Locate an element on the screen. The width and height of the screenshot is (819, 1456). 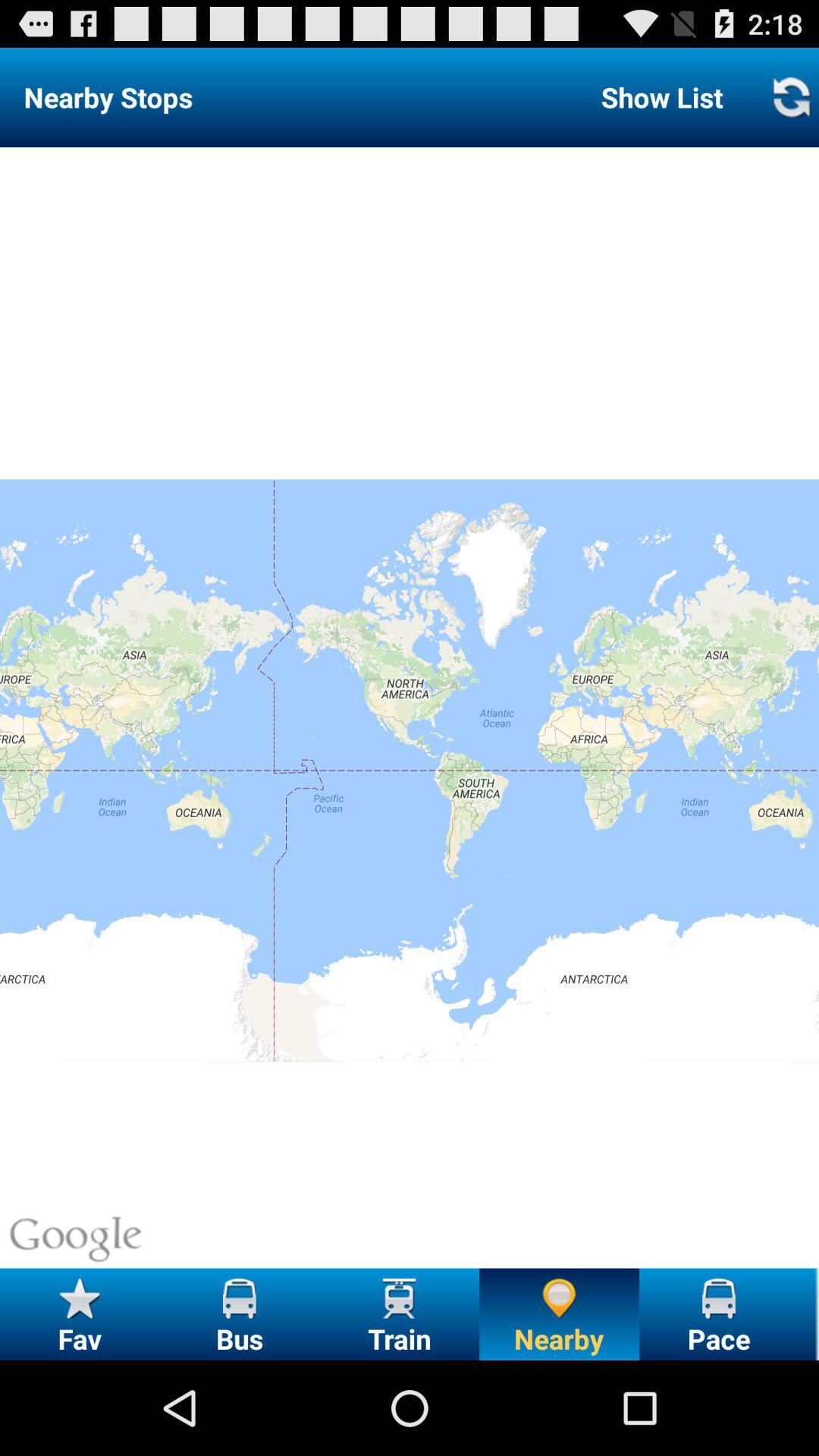
item below the show list item is located at coordinates (409, 707).